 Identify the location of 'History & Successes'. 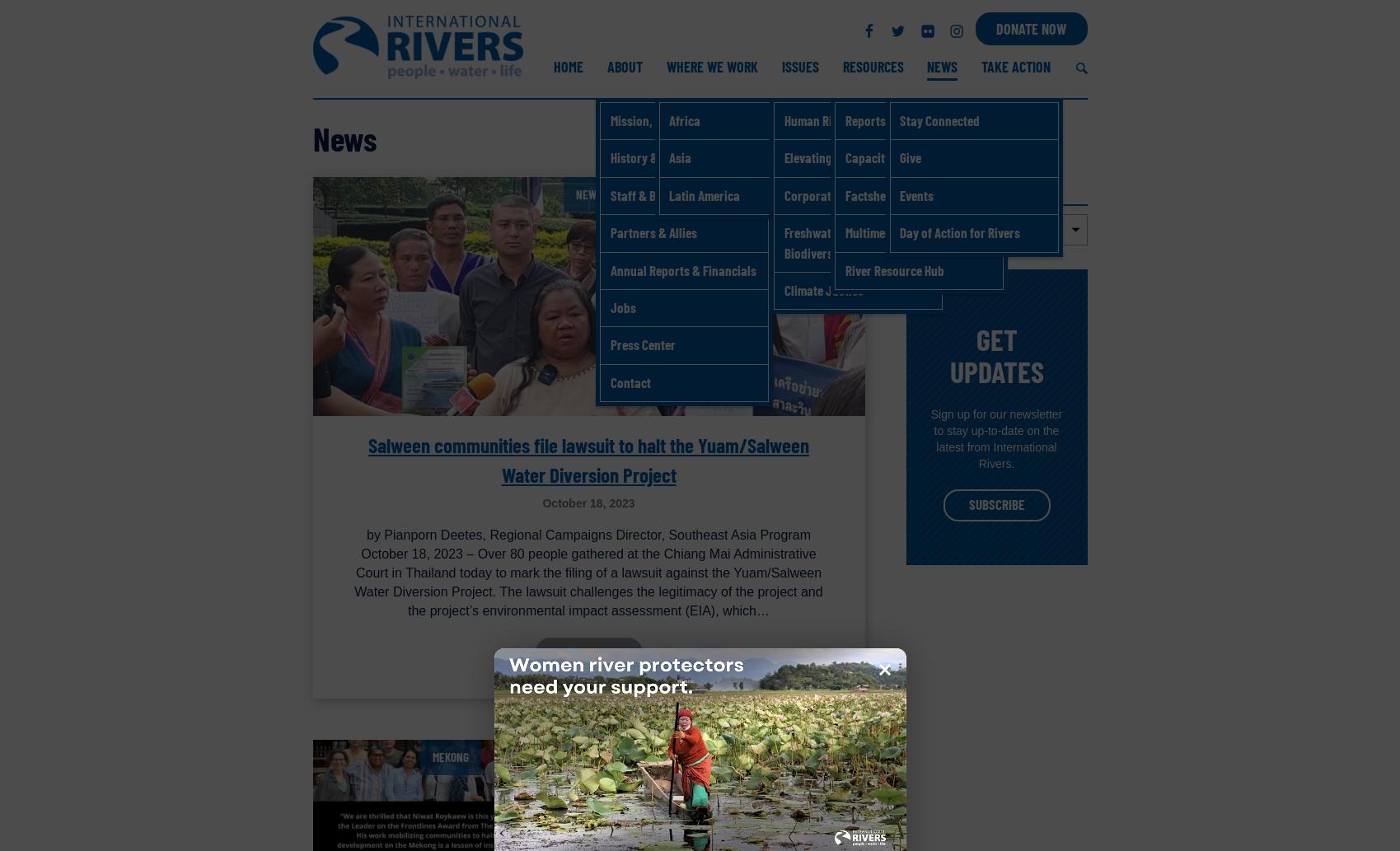
(661, 157).